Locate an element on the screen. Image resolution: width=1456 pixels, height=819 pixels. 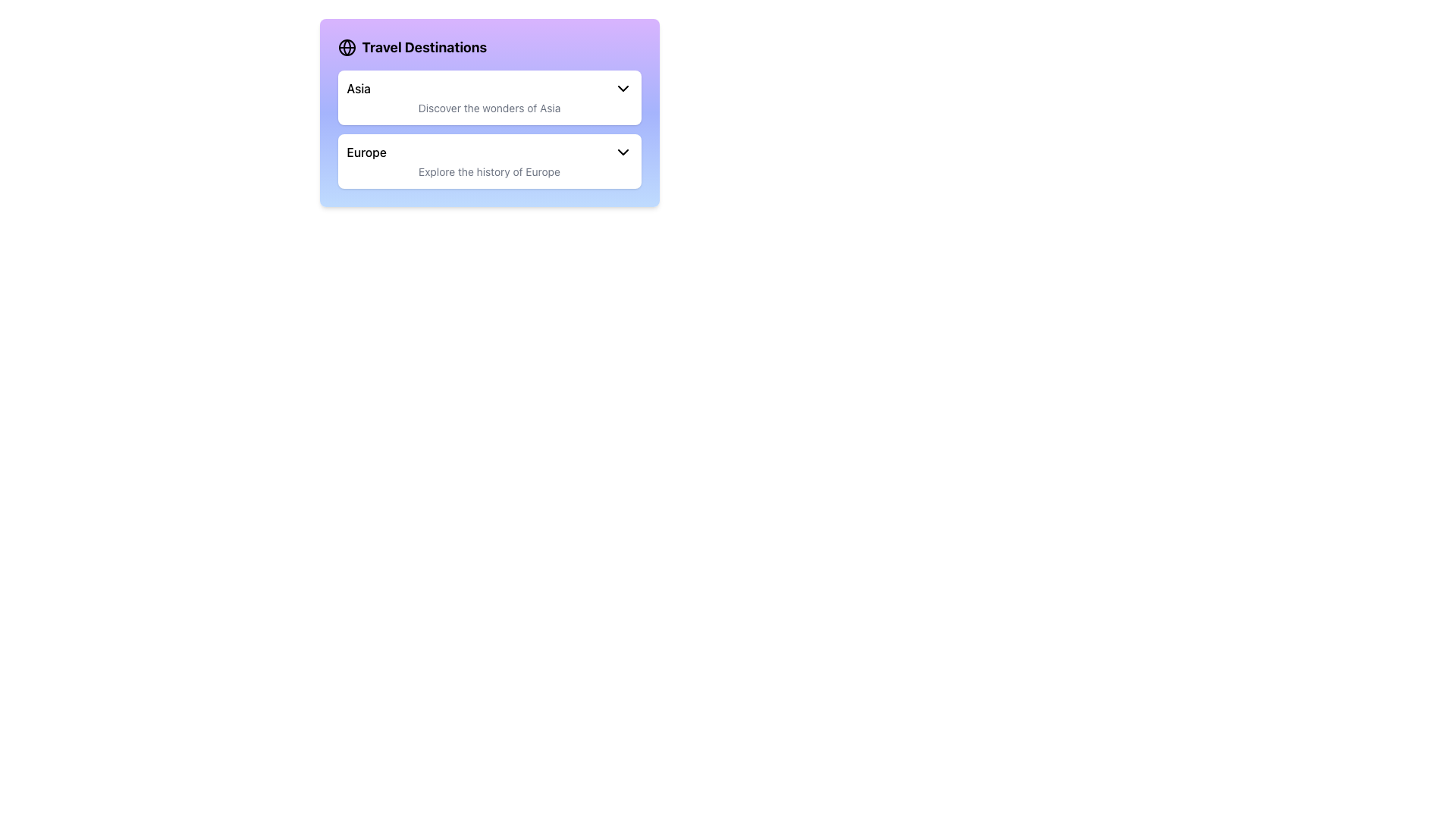
the 'Europe' dropdown button which is a white rectangular button with a light indigo hover effect, containing the title 'Europe' and a downward-pointing arrow icon is located at coordinates (489, 161).